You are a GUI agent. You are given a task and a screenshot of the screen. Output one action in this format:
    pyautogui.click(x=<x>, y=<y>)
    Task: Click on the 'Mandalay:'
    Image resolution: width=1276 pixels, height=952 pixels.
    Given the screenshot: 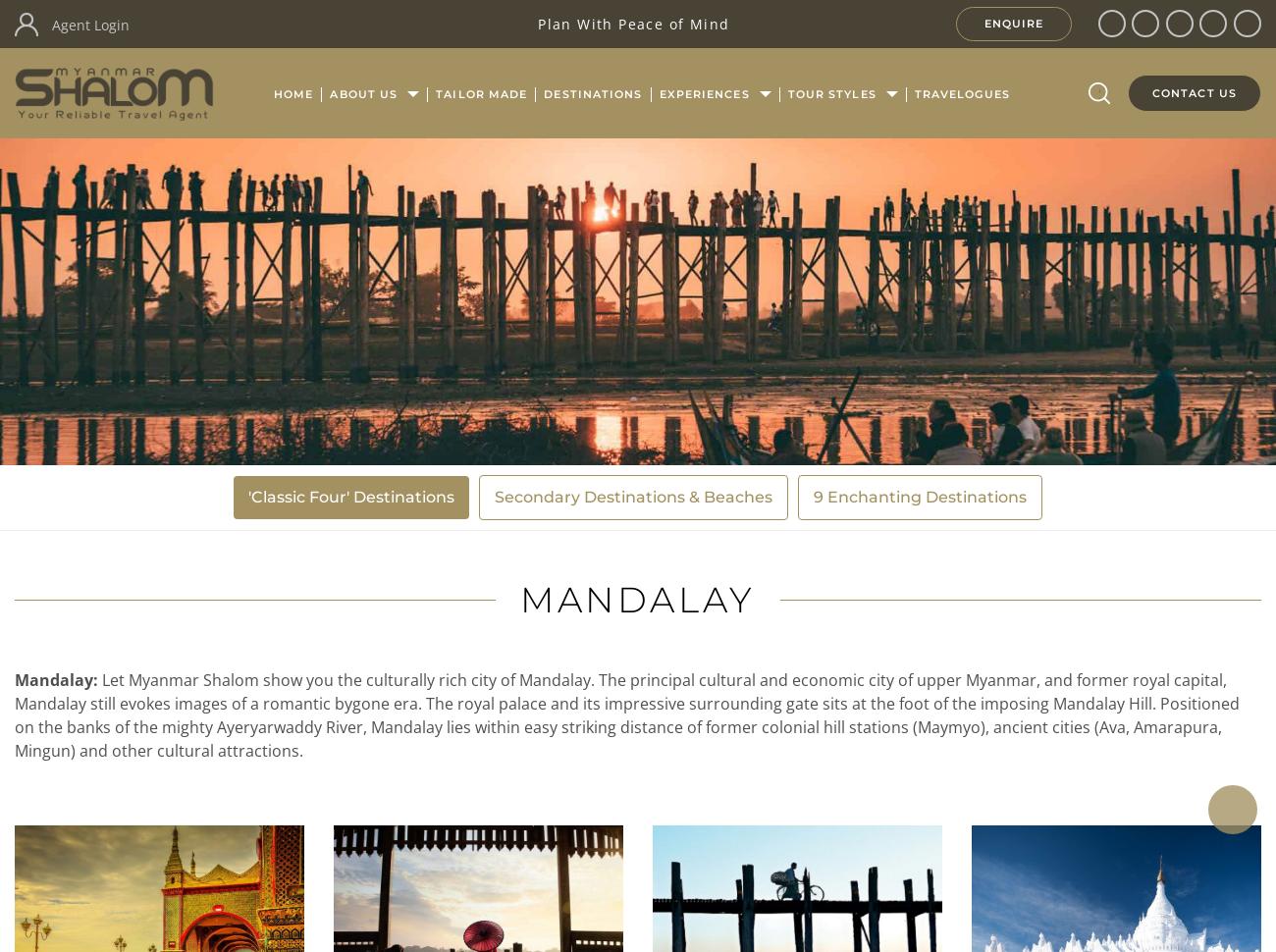 What is the action you would take?
    pyautogui.click(x=56, y=679)
    